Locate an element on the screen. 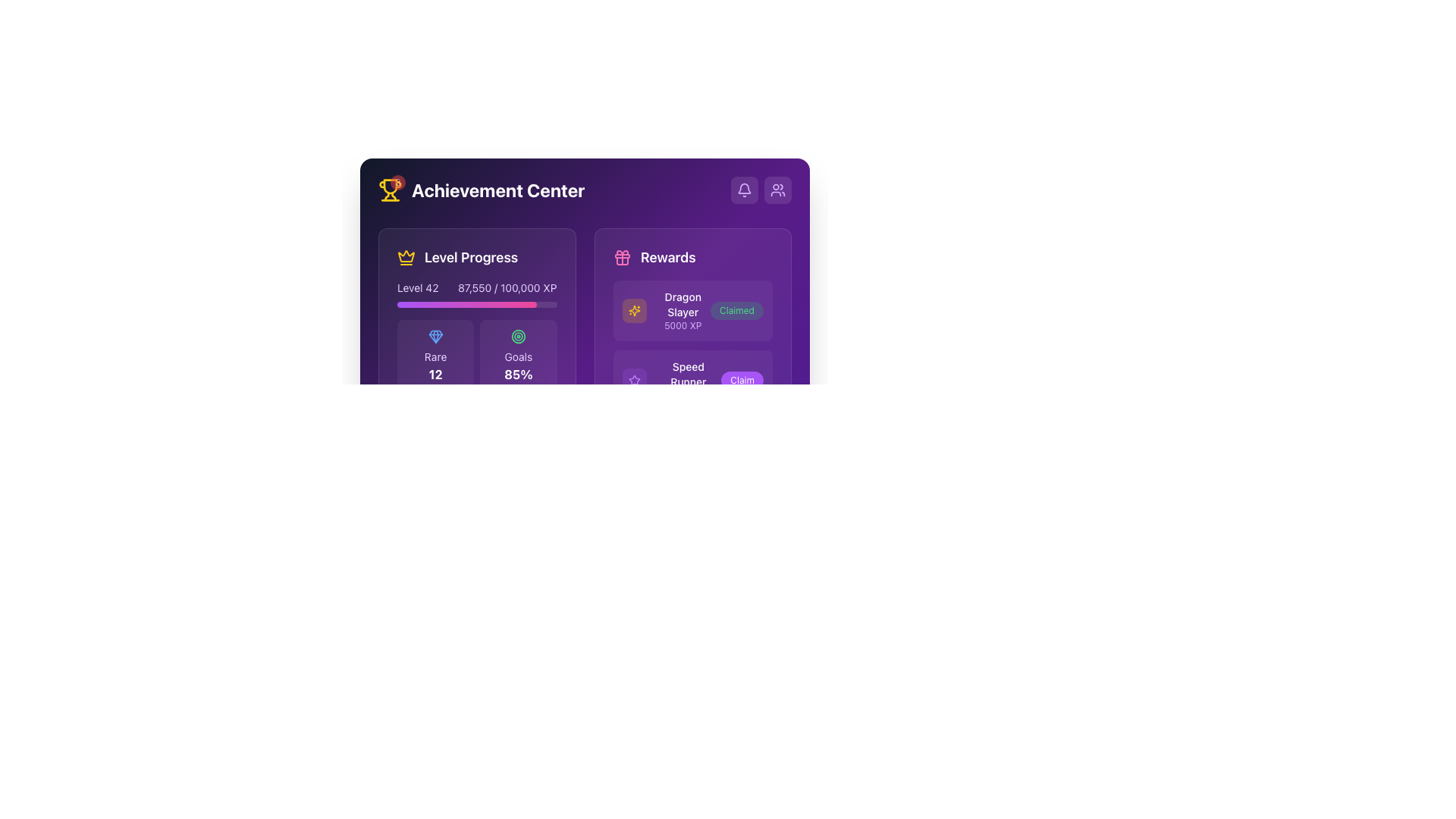 Image resolution: width=1456 pixels, height=819 pixels. the text label displaying the user's current level, which shows 'Level 42' and is located on the left side within the 'Level Progress' section of the application is located at coordinates (418, 288).